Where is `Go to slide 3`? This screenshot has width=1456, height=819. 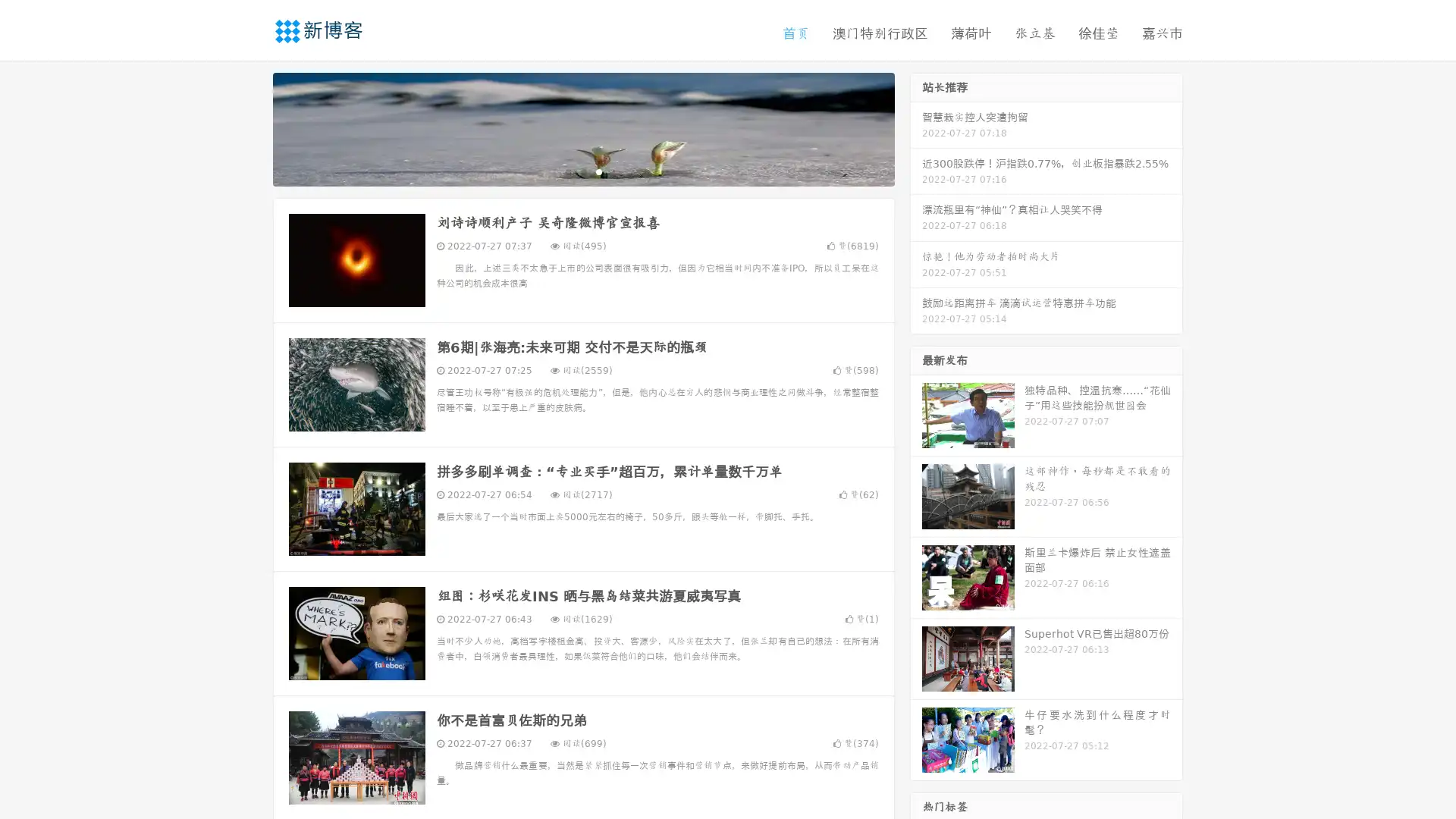 Go to slide 3 is located at coordinates (598, 171).